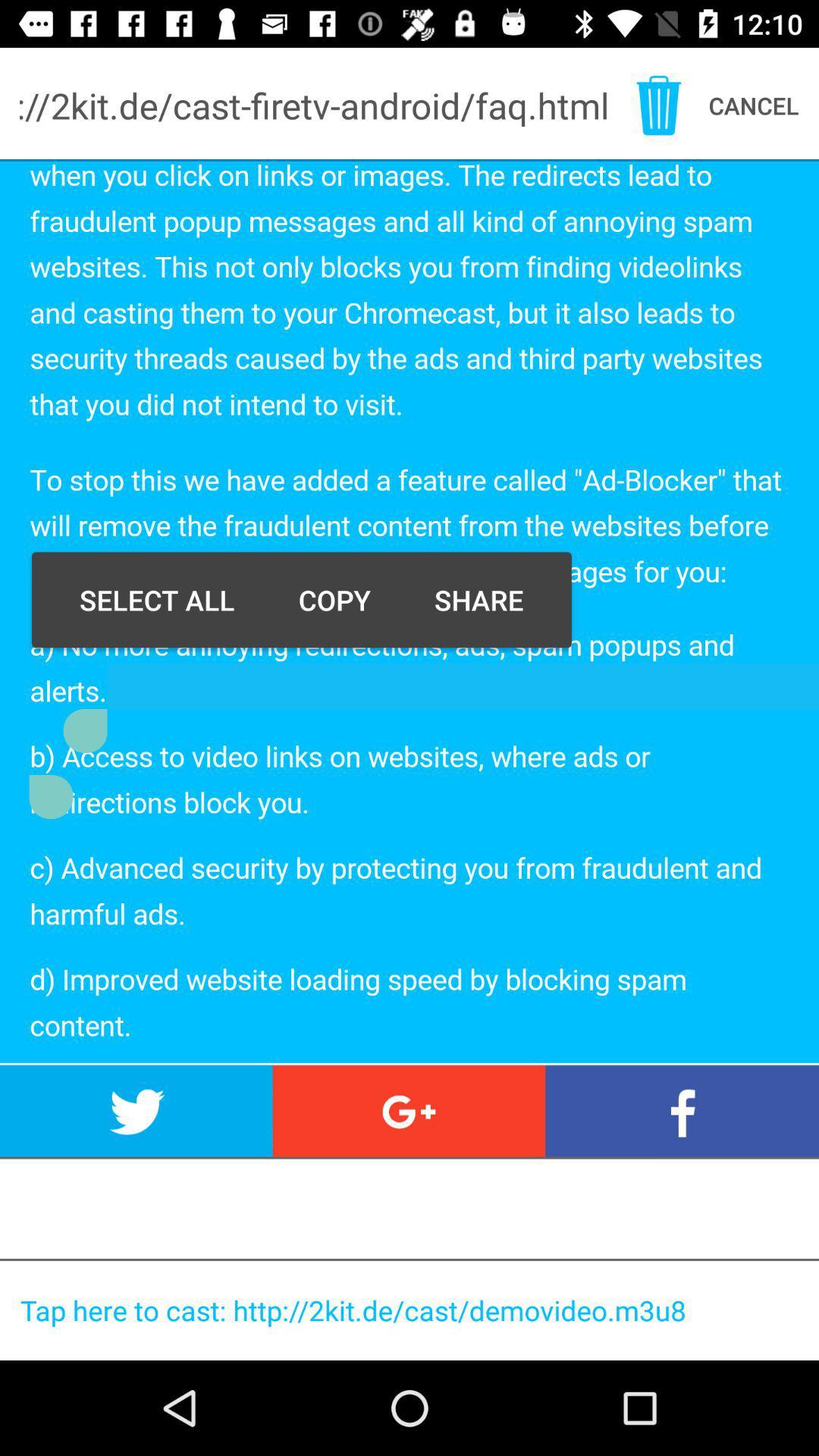 Image resolution: width=819 pixels, height=1456 pixels. What do you see at coordinates (764, 105) in the screenshot?
I see `the text cancel which is at the right top corner` at bounding box center [764, 105].